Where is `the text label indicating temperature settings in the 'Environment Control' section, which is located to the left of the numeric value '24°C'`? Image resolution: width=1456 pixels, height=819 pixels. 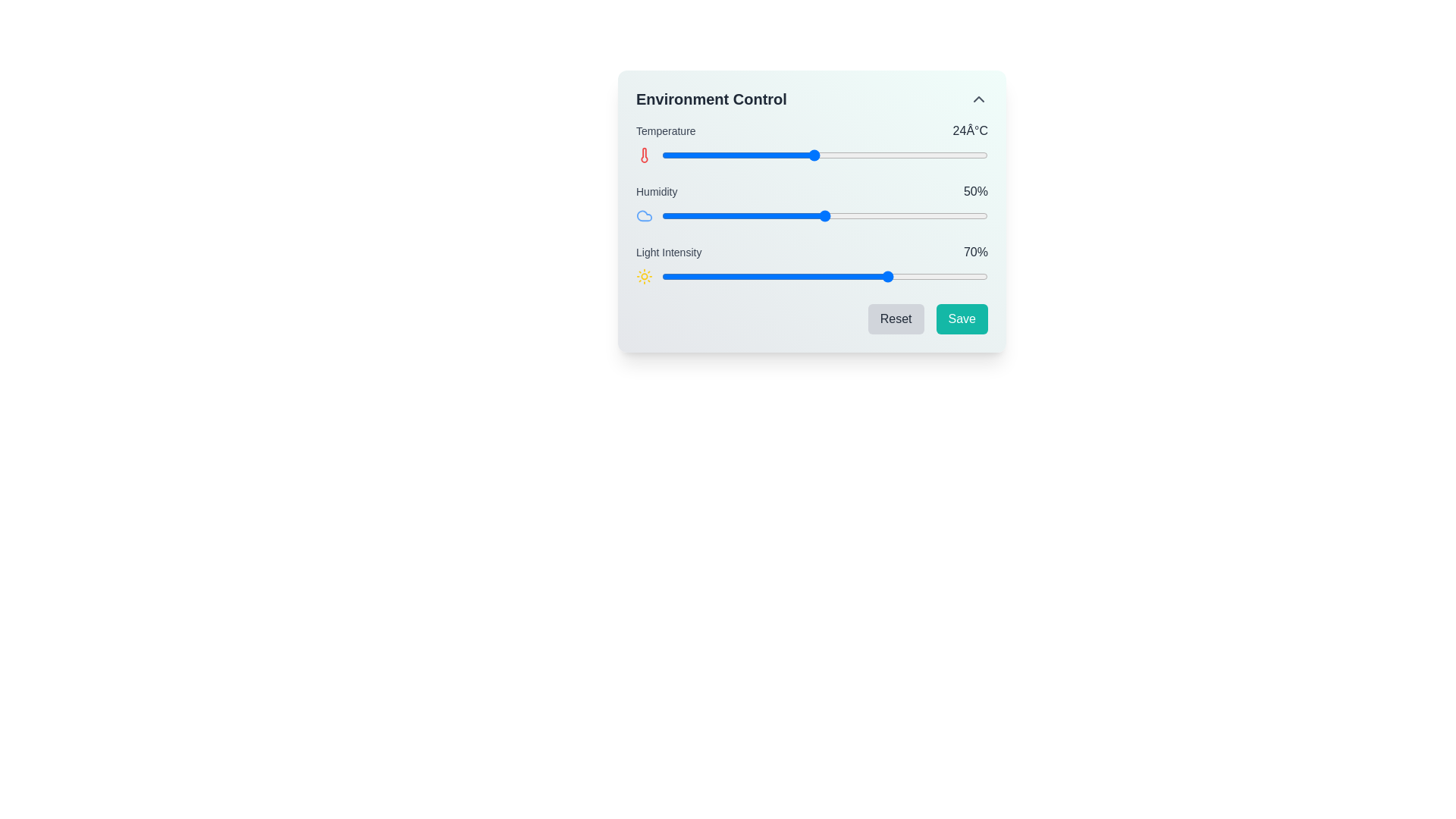
the text label indicating temperature settings in the 'Environment Control' section, which is located to the left of the numeric value '24°C' is located at coordinates (666, 130).